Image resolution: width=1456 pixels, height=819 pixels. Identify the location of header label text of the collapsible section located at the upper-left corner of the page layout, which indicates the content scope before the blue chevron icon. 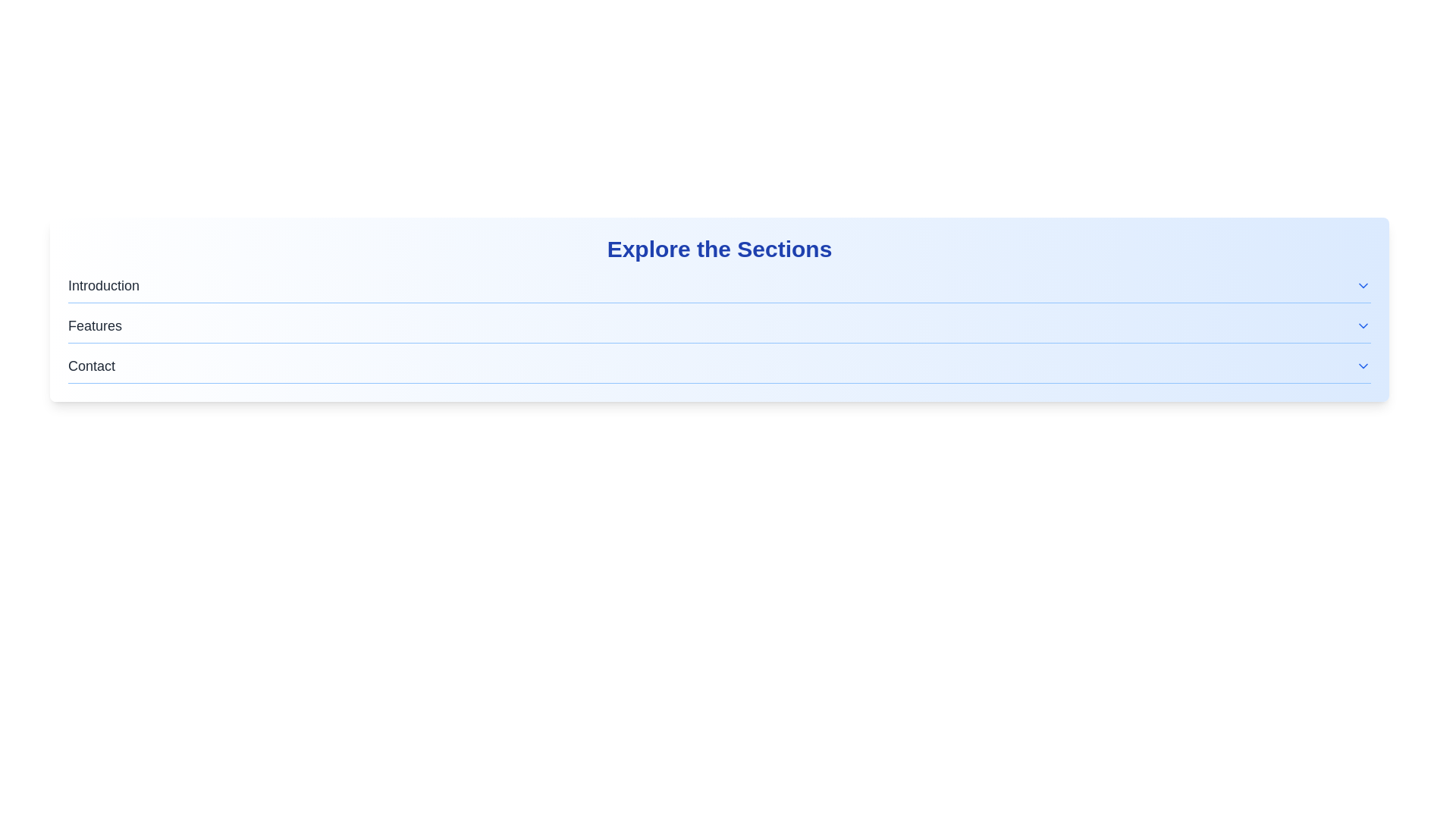
(103, 286).